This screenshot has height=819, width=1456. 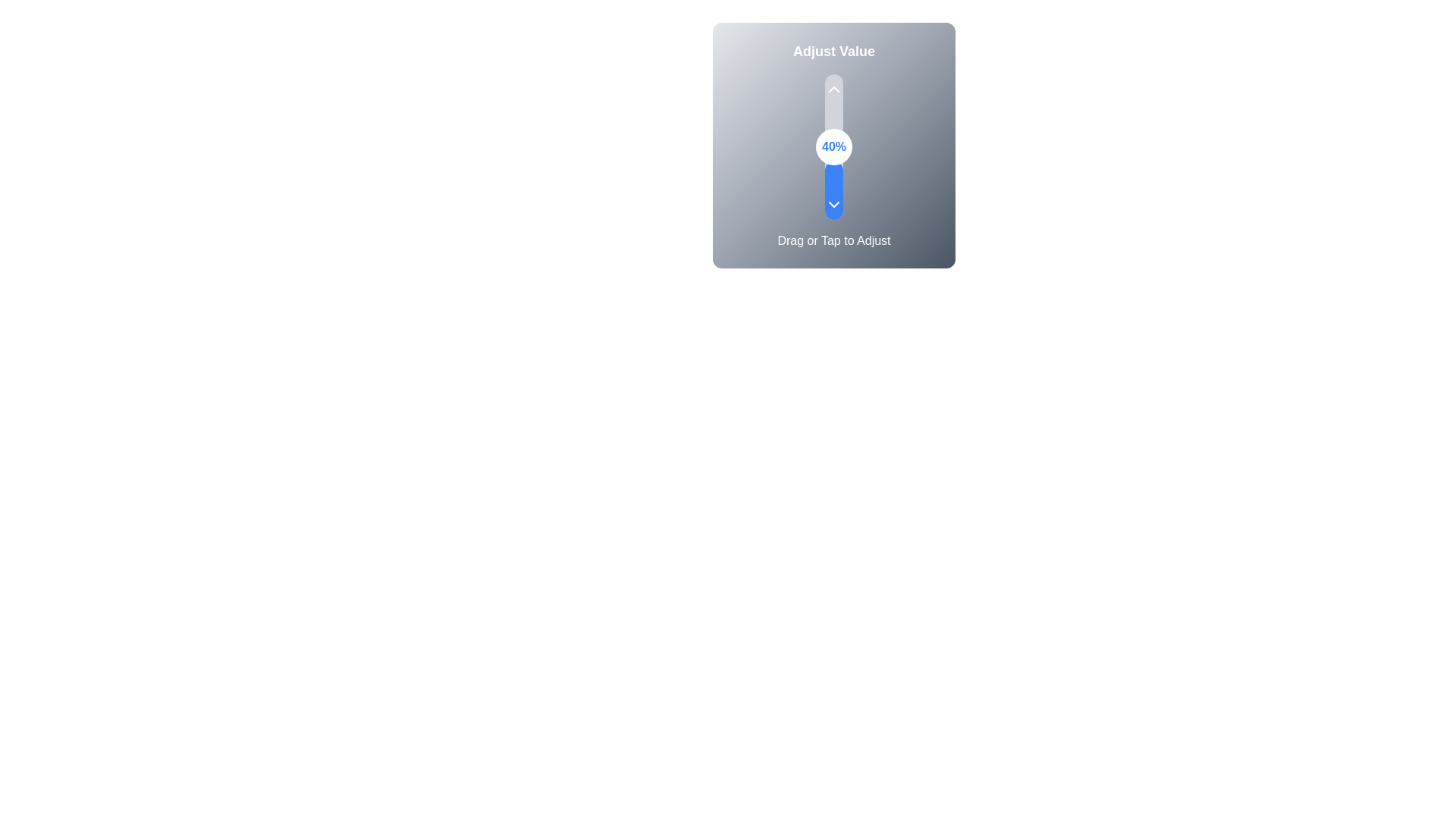 What do you see at coordinates (833, 148) in the screenshot?
I see `the slider value` at bounding box center [833, 148].